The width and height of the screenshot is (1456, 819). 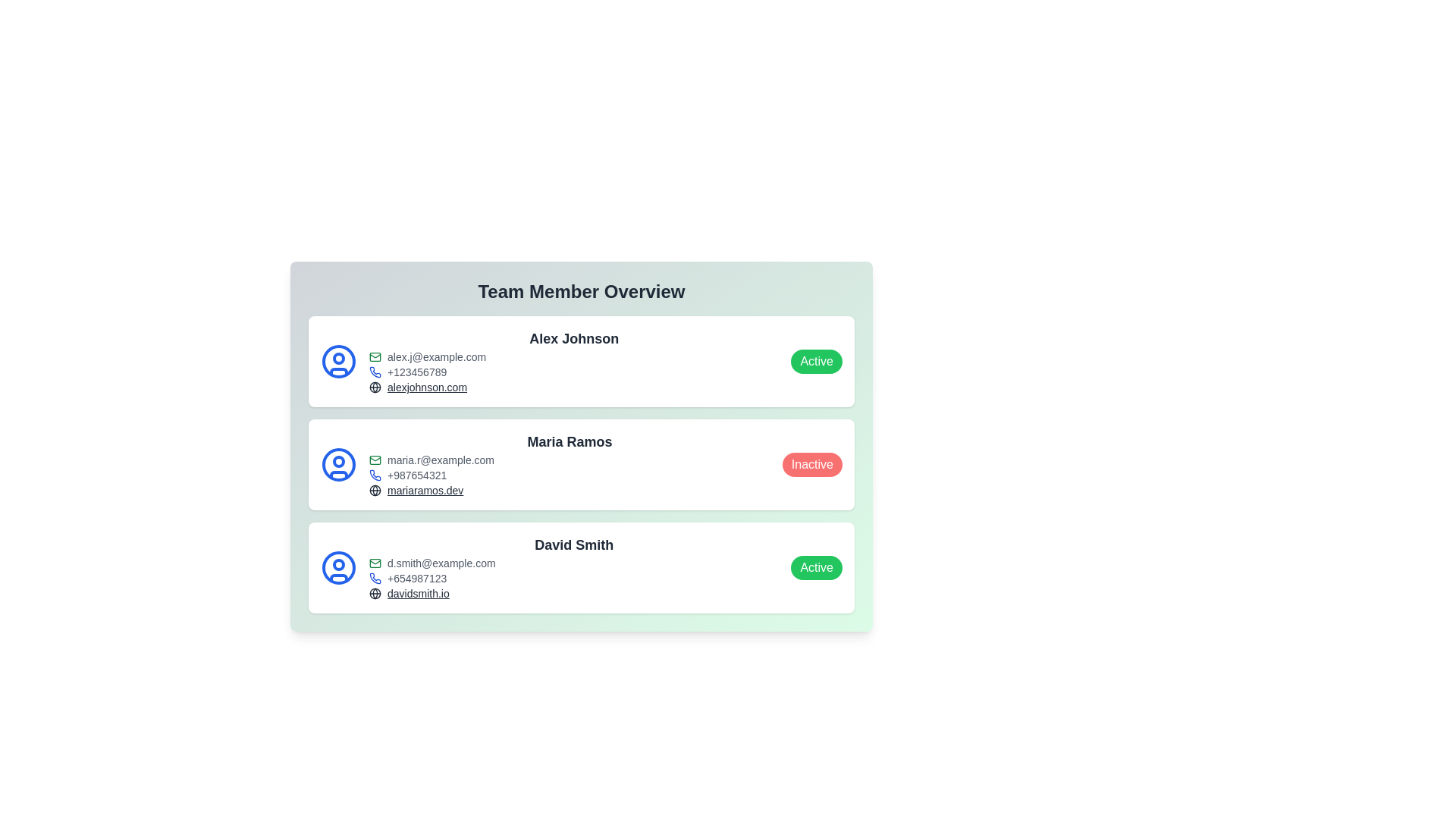 I want to click on the website link for Alex Johnson to open their website in a new tab, so click(x=426, y=386).